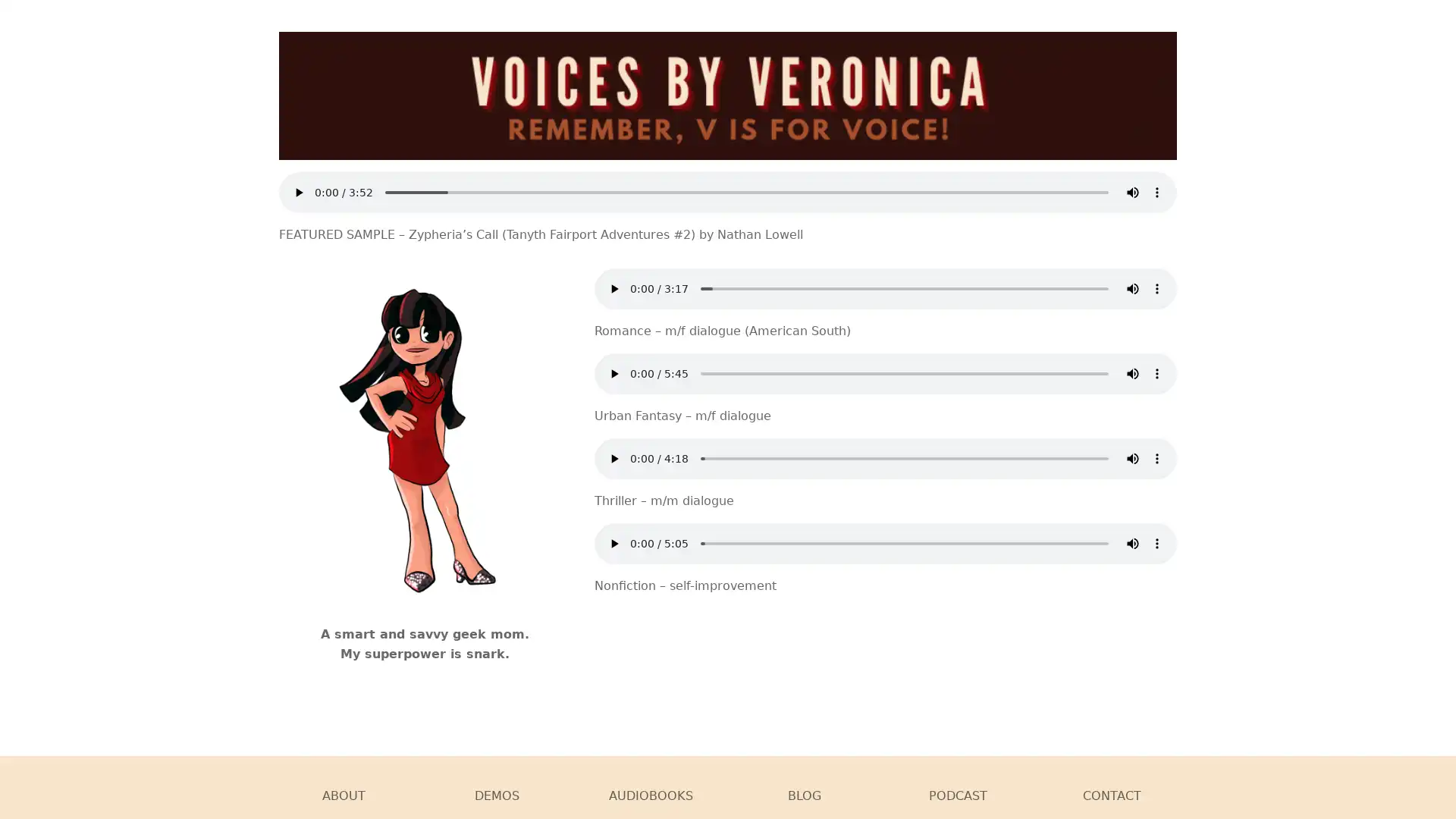  Describe the element at coordinates (1156, 458) in the screenshot. I see `show more media controls` at that location.